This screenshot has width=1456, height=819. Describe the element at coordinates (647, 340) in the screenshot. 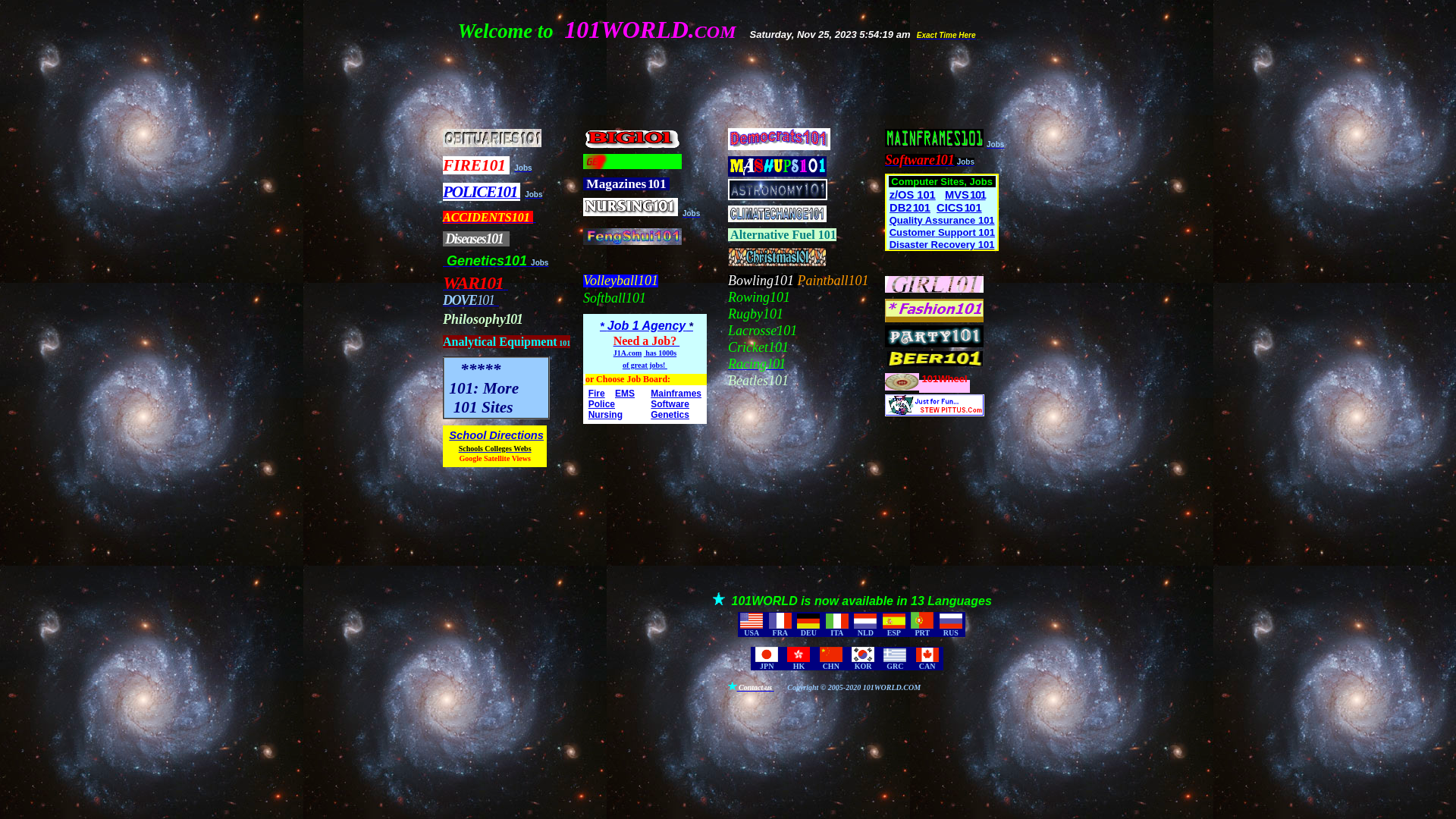

I see `'Need a Job? '` at that location.